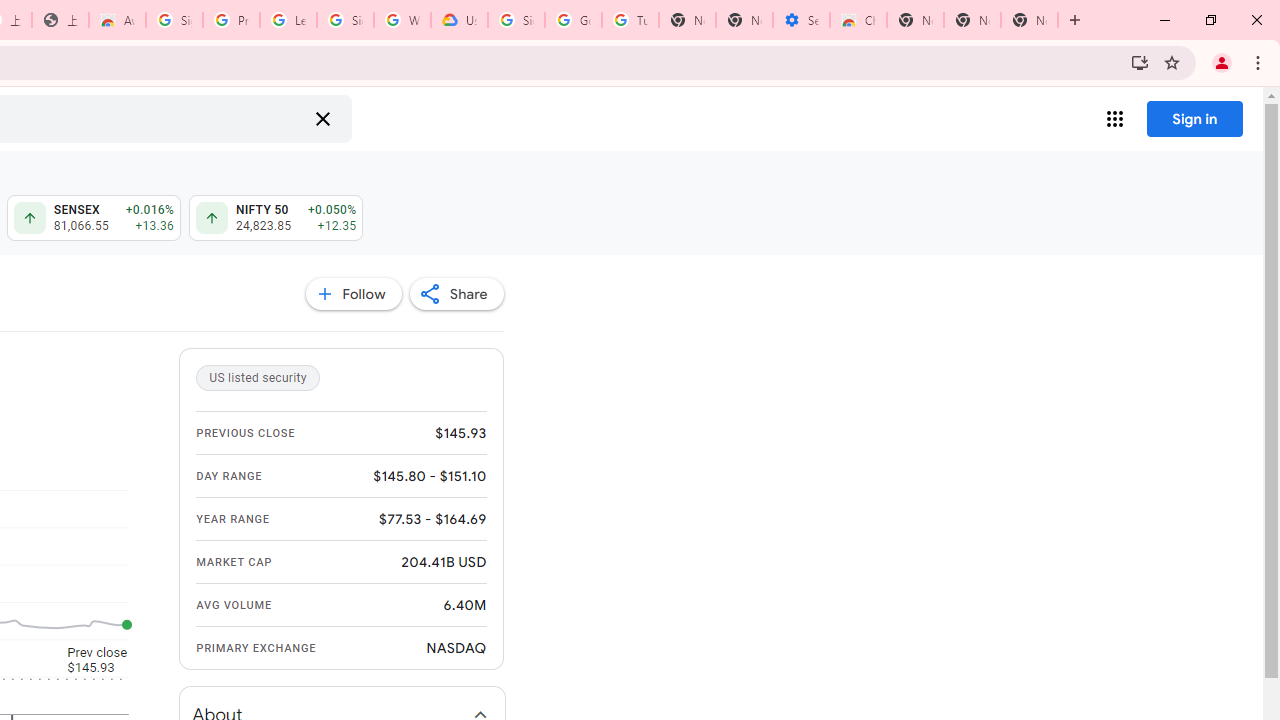  Describe the element at coordinates (116, 20) in the screenshot. I see `'Awesome Screen Recorder & Screenshot - Chrome Web Store'` at that location.